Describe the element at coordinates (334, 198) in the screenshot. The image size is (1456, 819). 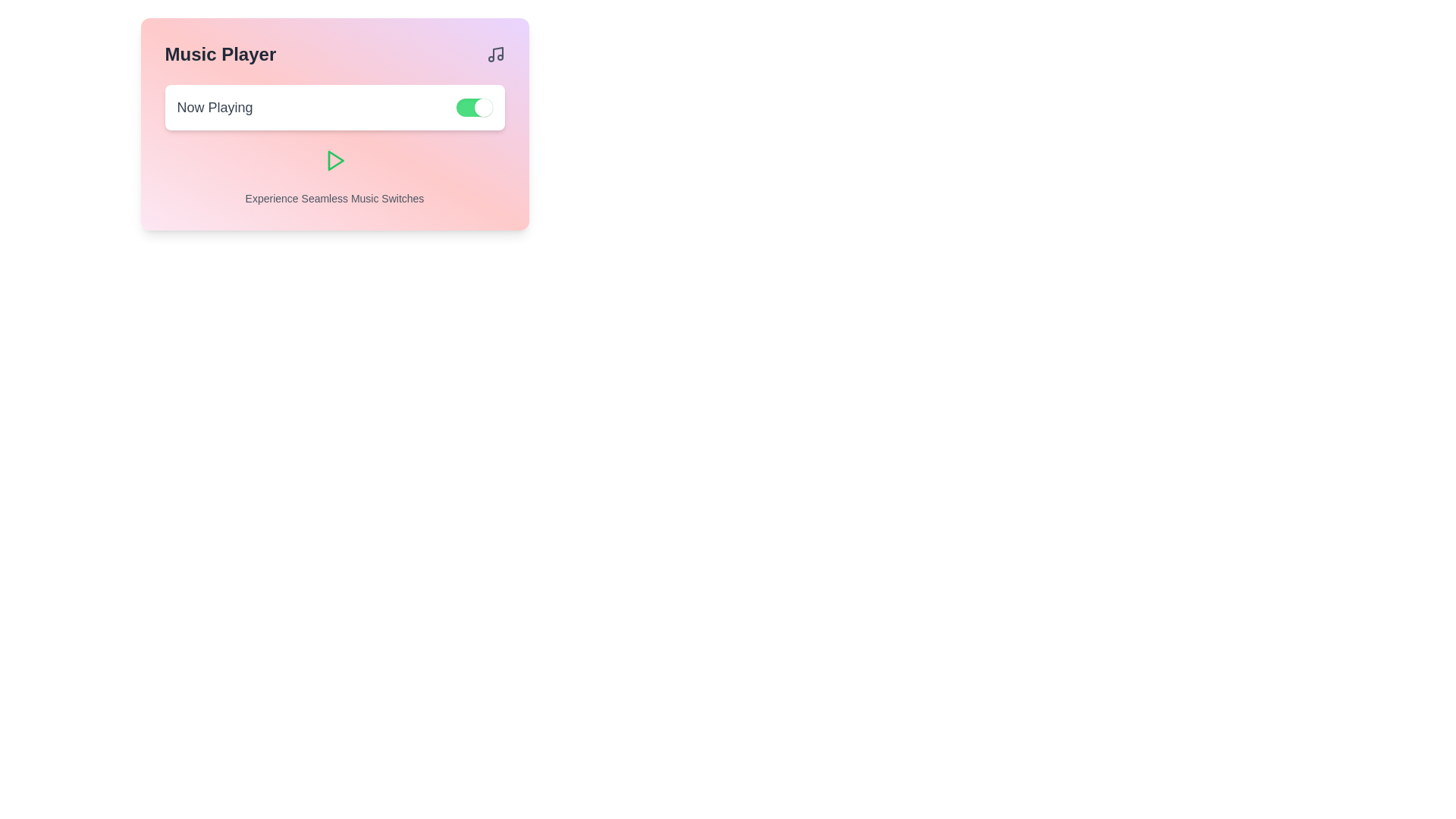
I see `the Static Text element that states 'Experience Seamless Music Switches', located at the bottom of a card-like section, just beneath the play icon button` at that location.